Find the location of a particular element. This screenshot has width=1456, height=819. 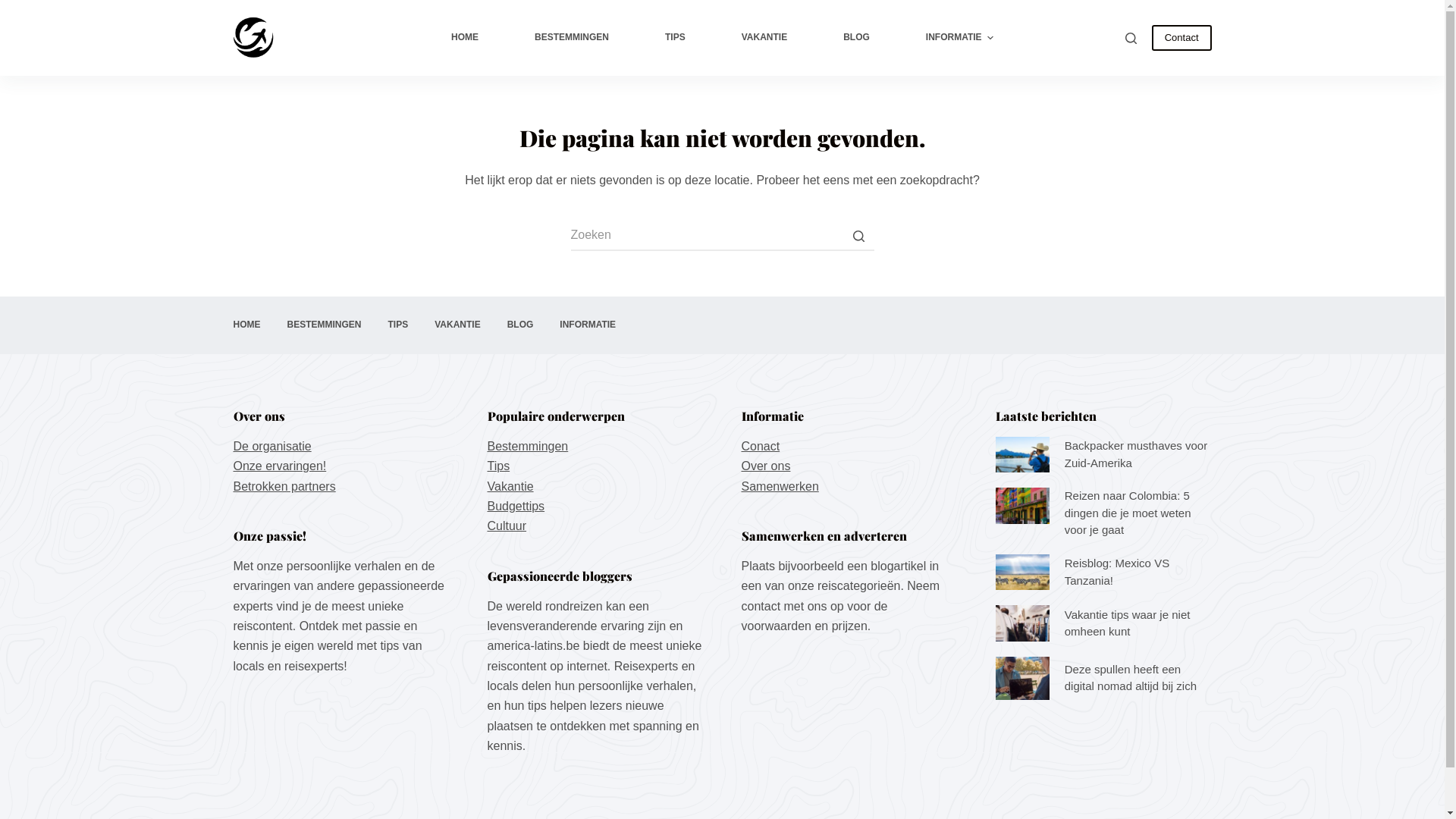

'Onze ervaringen!' is located at coordinates (280, 465).